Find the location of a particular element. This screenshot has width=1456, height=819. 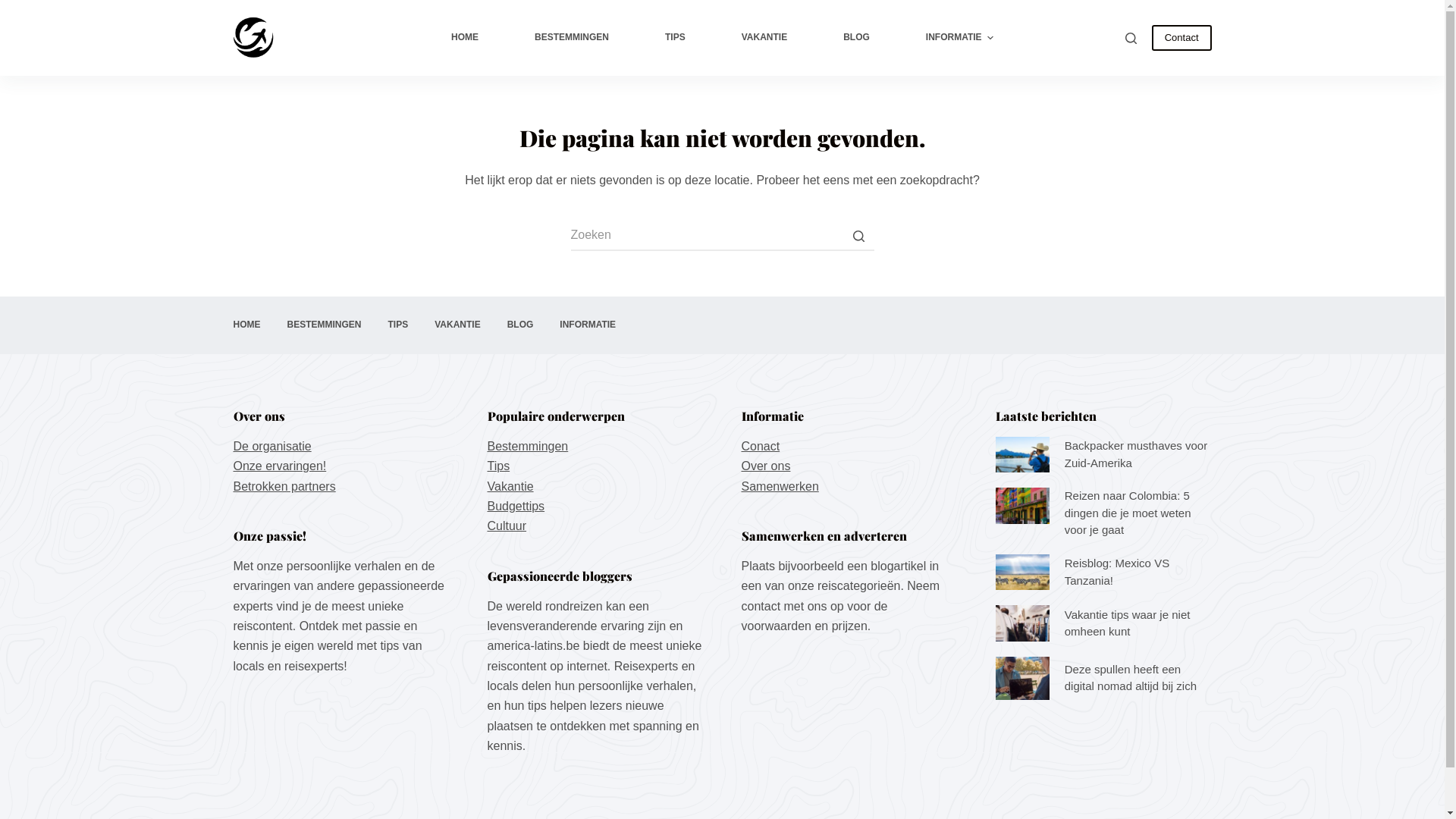

'Onze ervaringen!' is located at coordinates (280, 465).